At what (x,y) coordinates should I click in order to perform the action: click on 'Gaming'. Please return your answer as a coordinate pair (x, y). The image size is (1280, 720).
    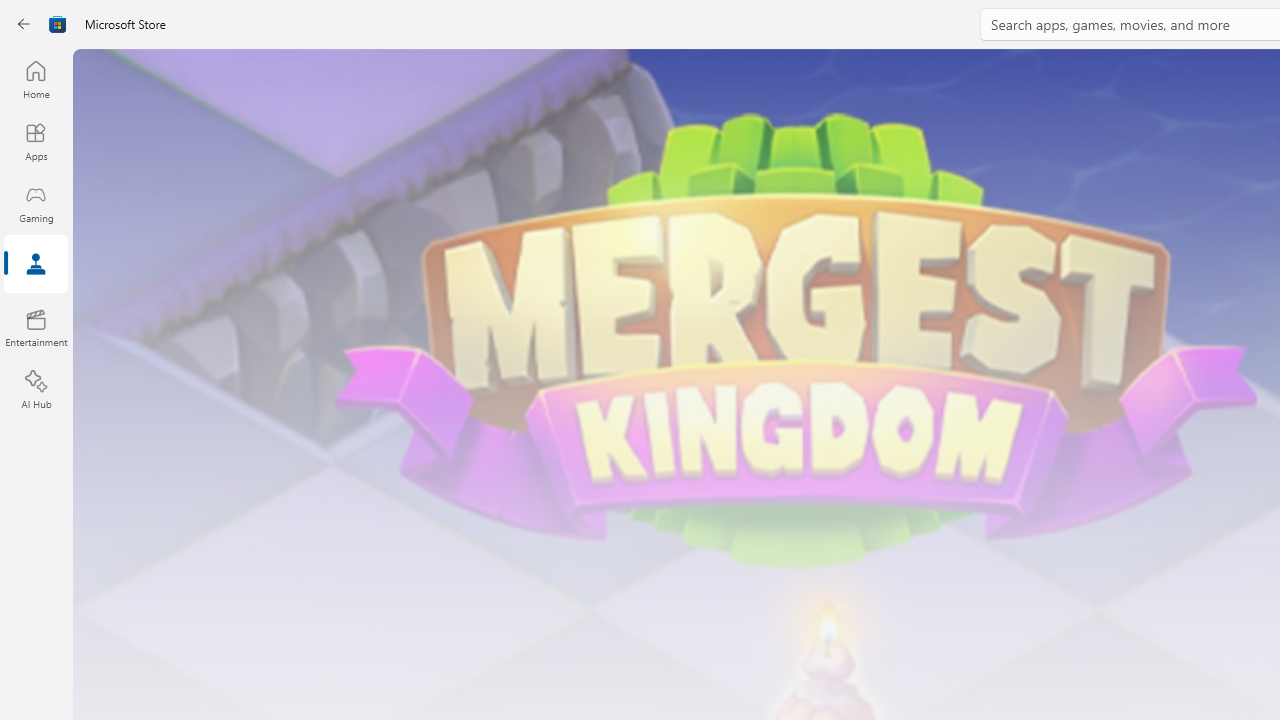
    Looking at the image, I should click on (35, 203).